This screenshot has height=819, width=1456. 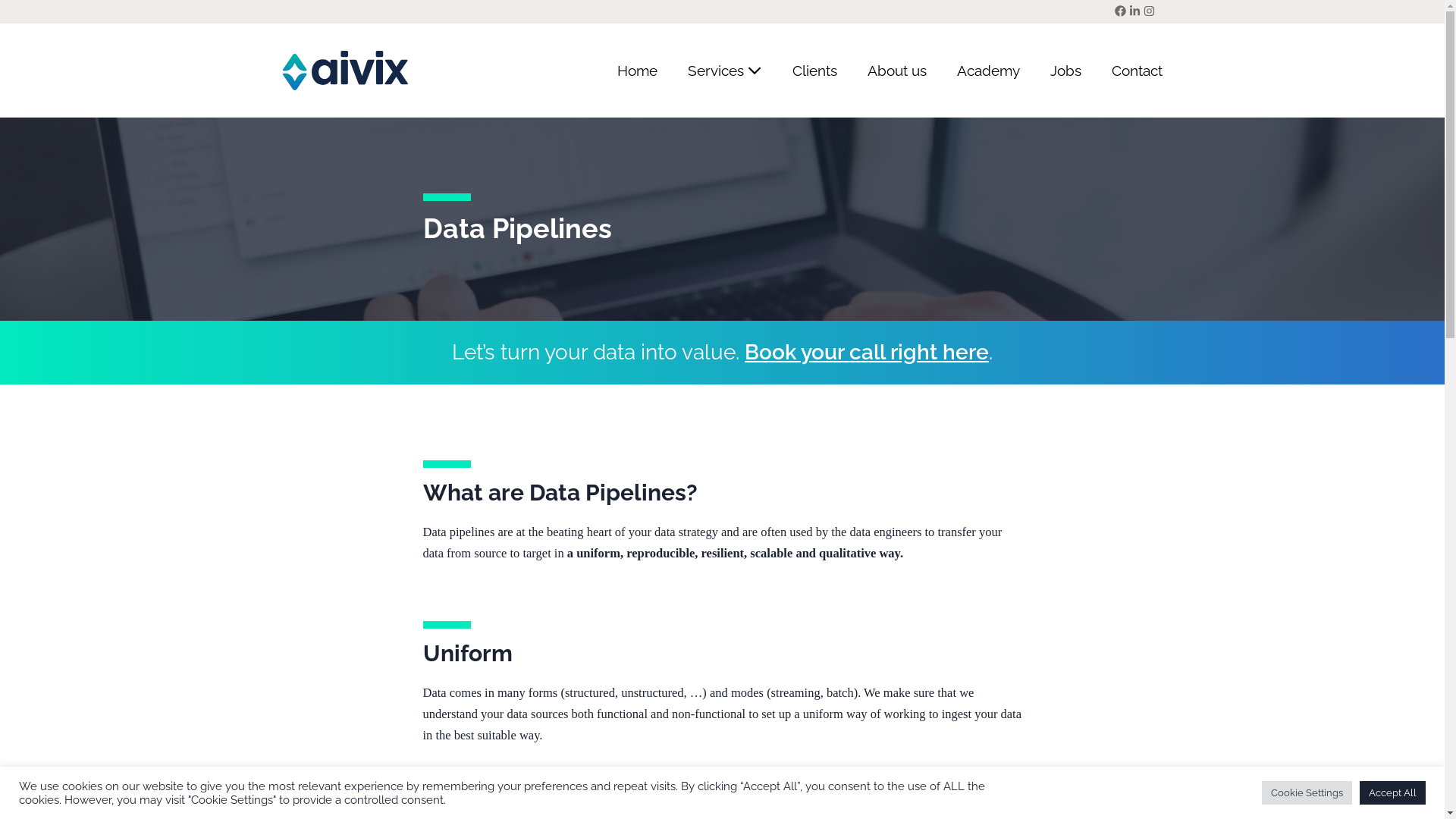 What do you see at coordinates (813, 70) in the screenshot?
I see `'Clients'` at bounding box center [813, 70].